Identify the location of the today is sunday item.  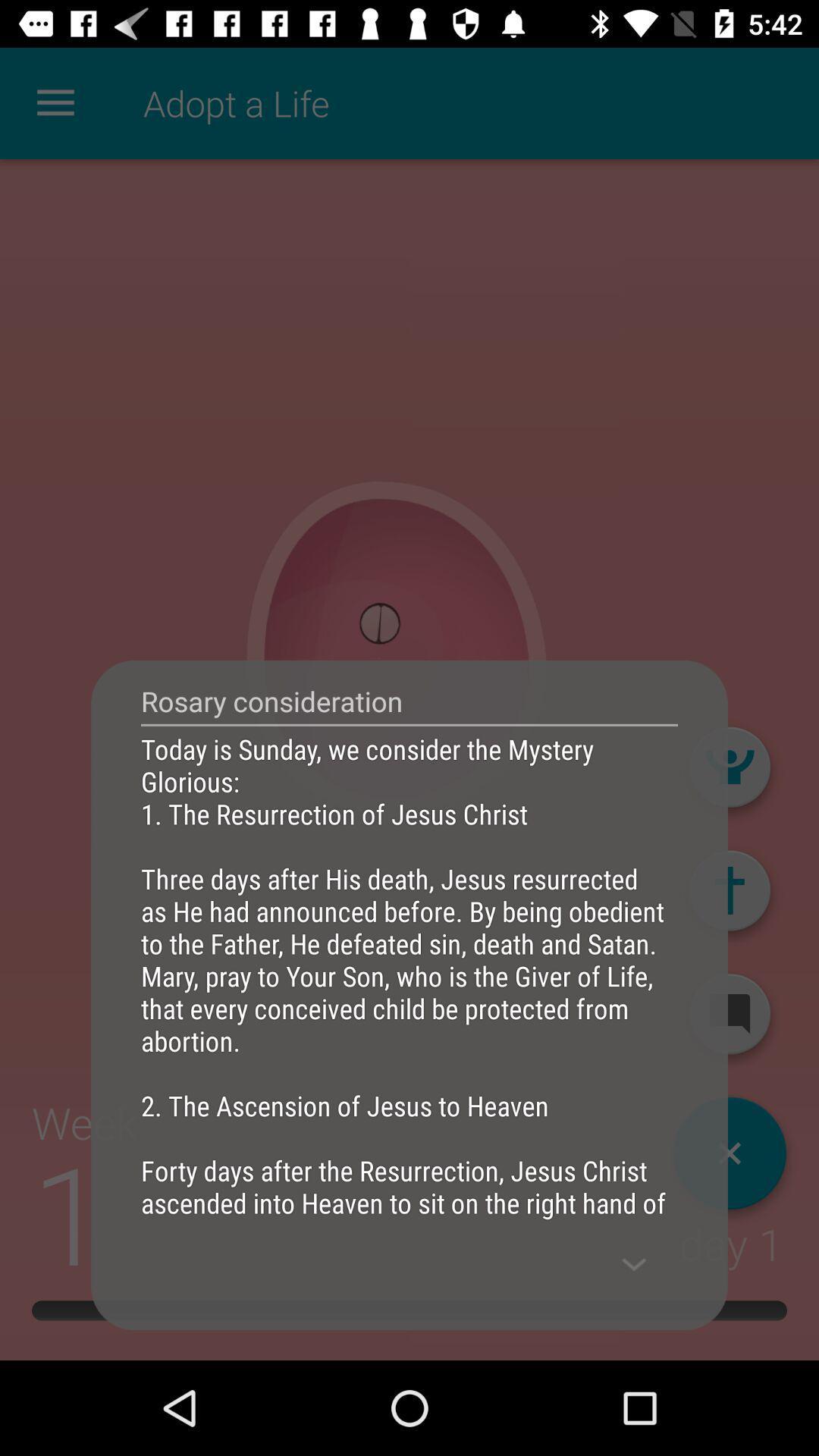
(409, 975).